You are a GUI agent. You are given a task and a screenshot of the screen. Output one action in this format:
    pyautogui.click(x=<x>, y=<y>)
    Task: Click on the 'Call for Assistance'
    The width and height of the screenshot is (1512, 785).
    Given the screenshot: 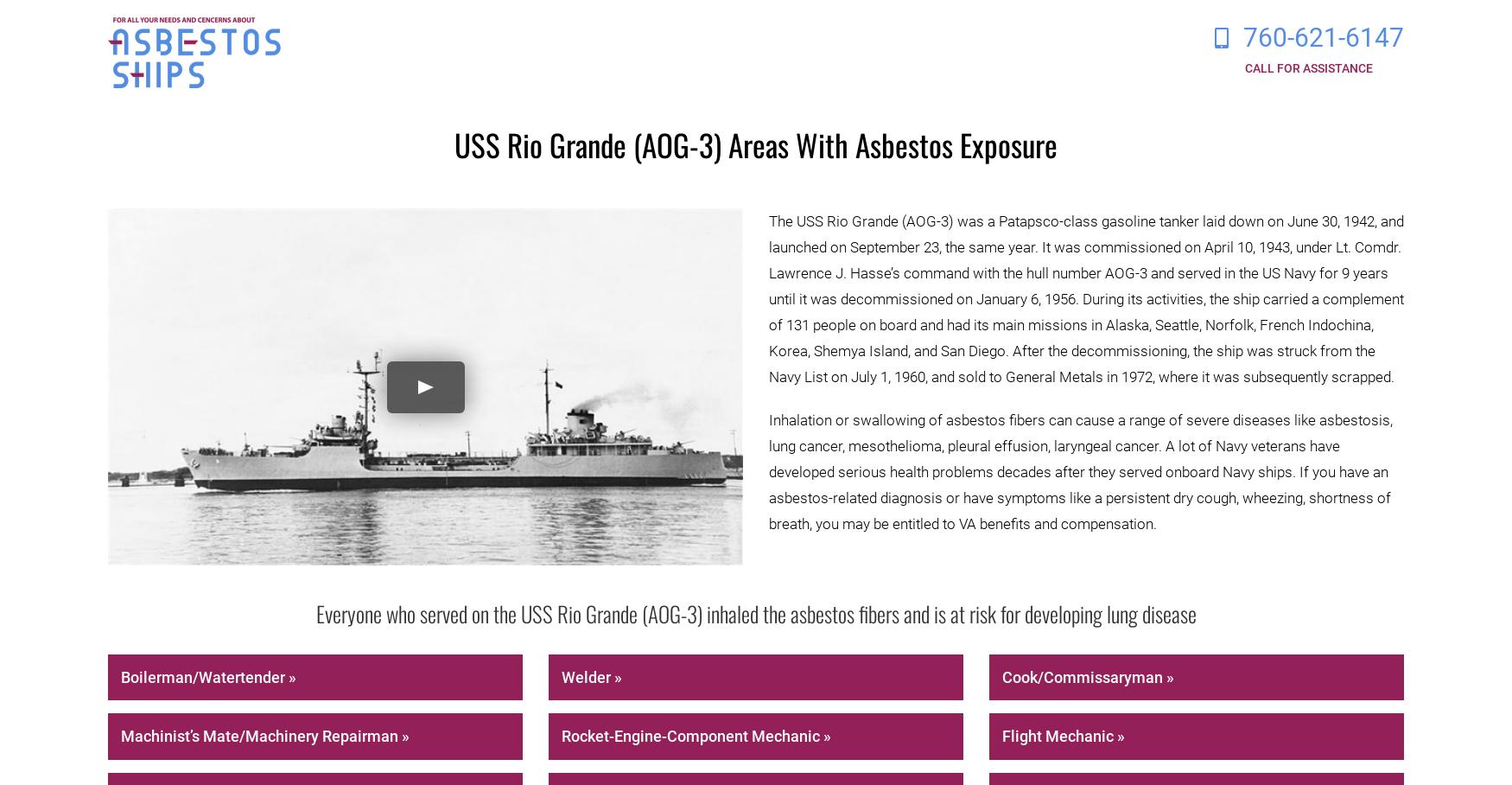 What is the action you would take?
    pyautogui.click(x=1307, y=67)
    